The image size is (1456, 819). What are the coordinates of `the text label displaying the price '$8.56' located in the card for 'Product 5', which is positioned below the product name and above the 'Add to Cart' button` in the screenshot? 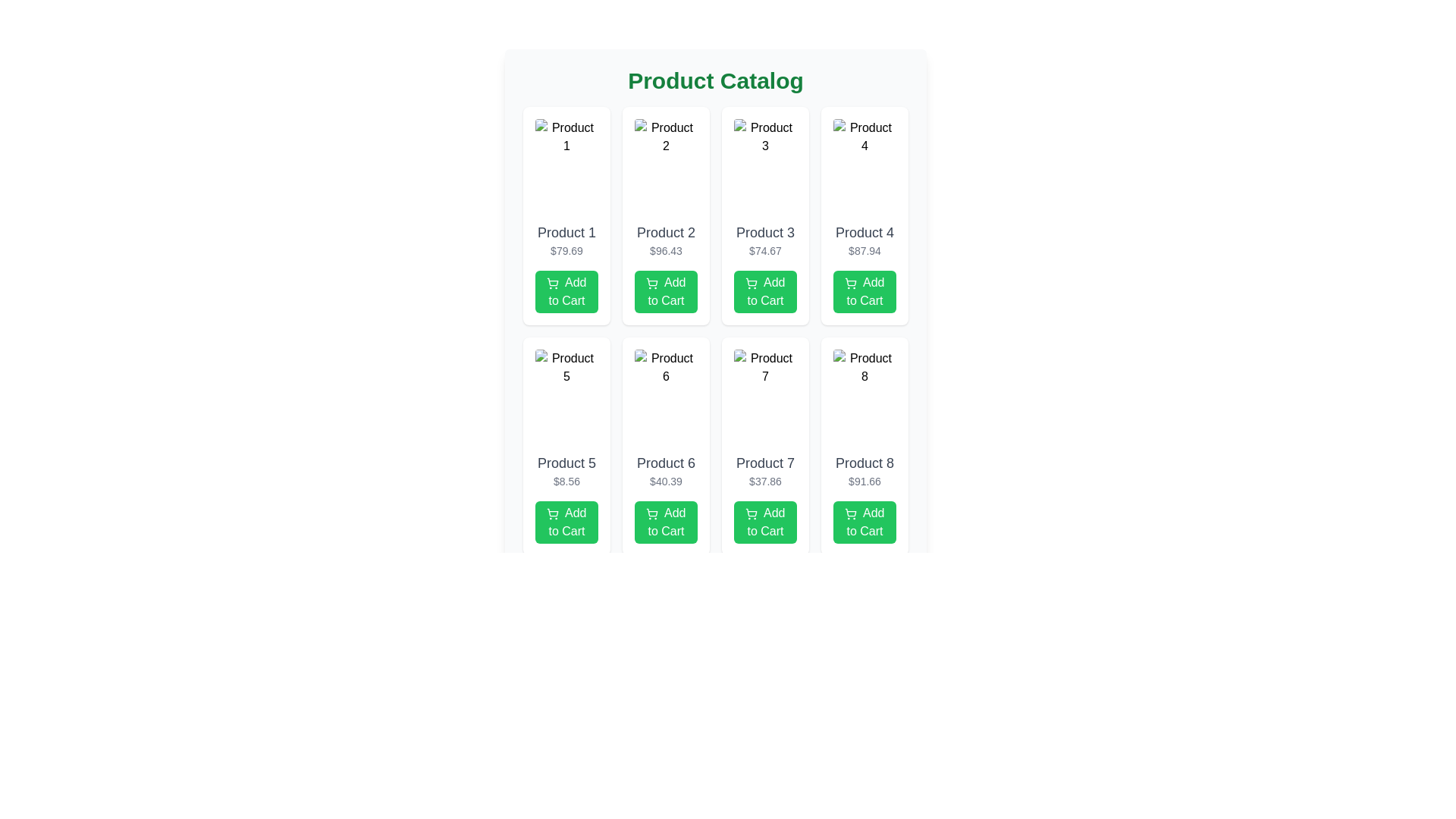 It's located at (566, 482).